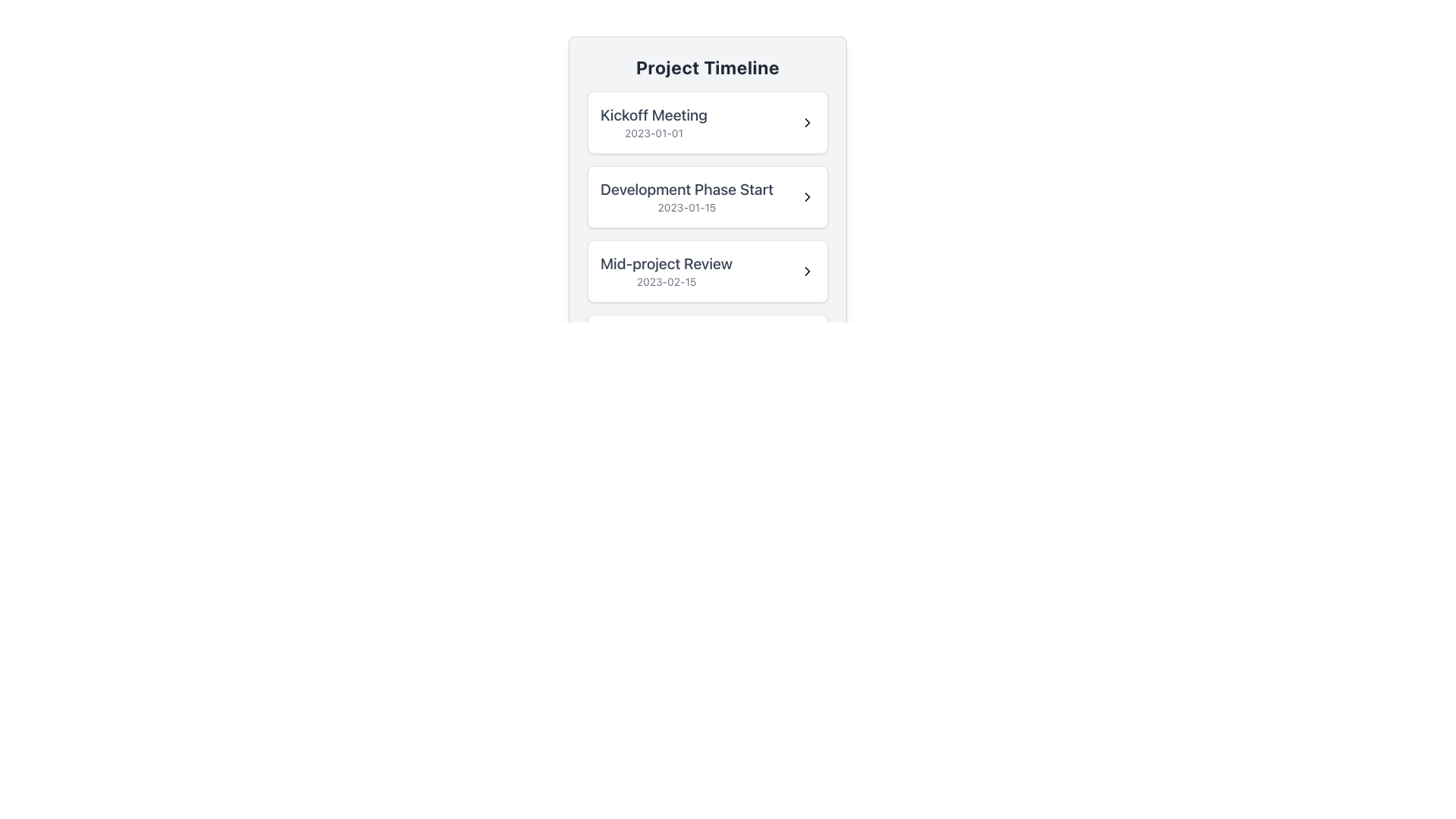  I want to click on bold text label displaying 'Kickoff Meeting' located at the top-left of the list section under 'Project Timeline', so click(654, 114).